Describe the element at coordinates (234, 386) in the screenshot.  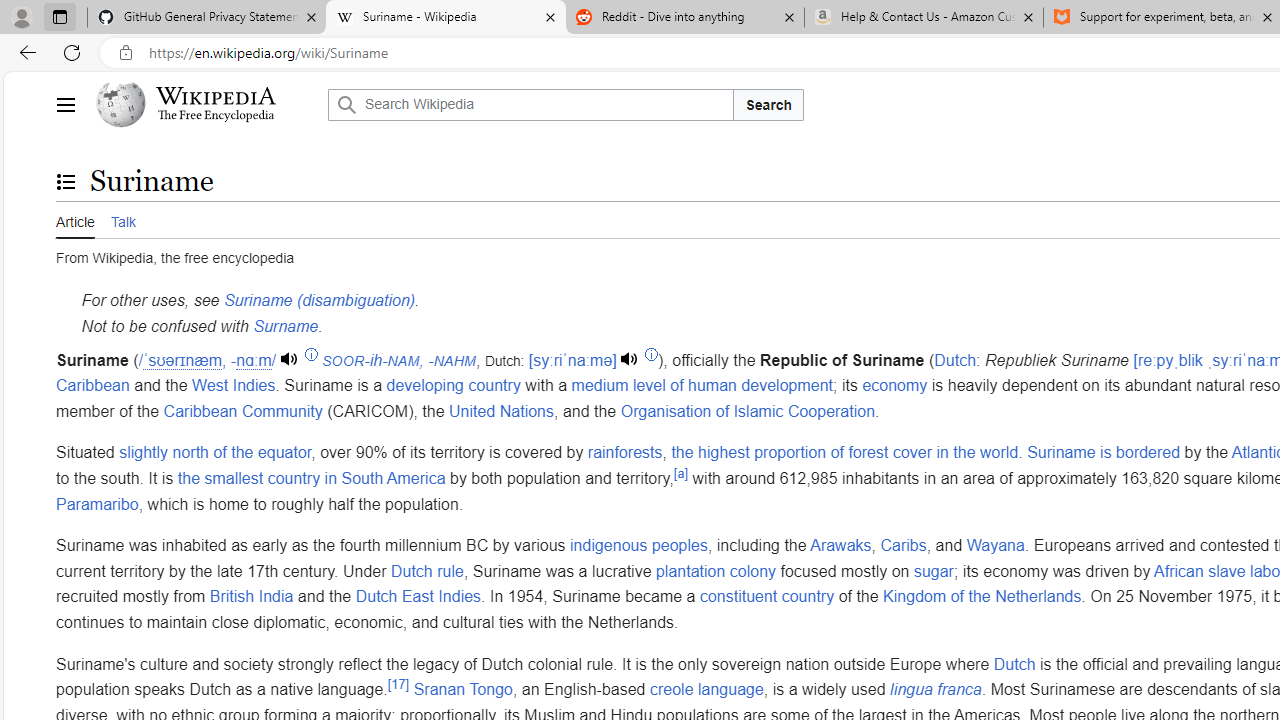
I see `'West Indies'` at that location.